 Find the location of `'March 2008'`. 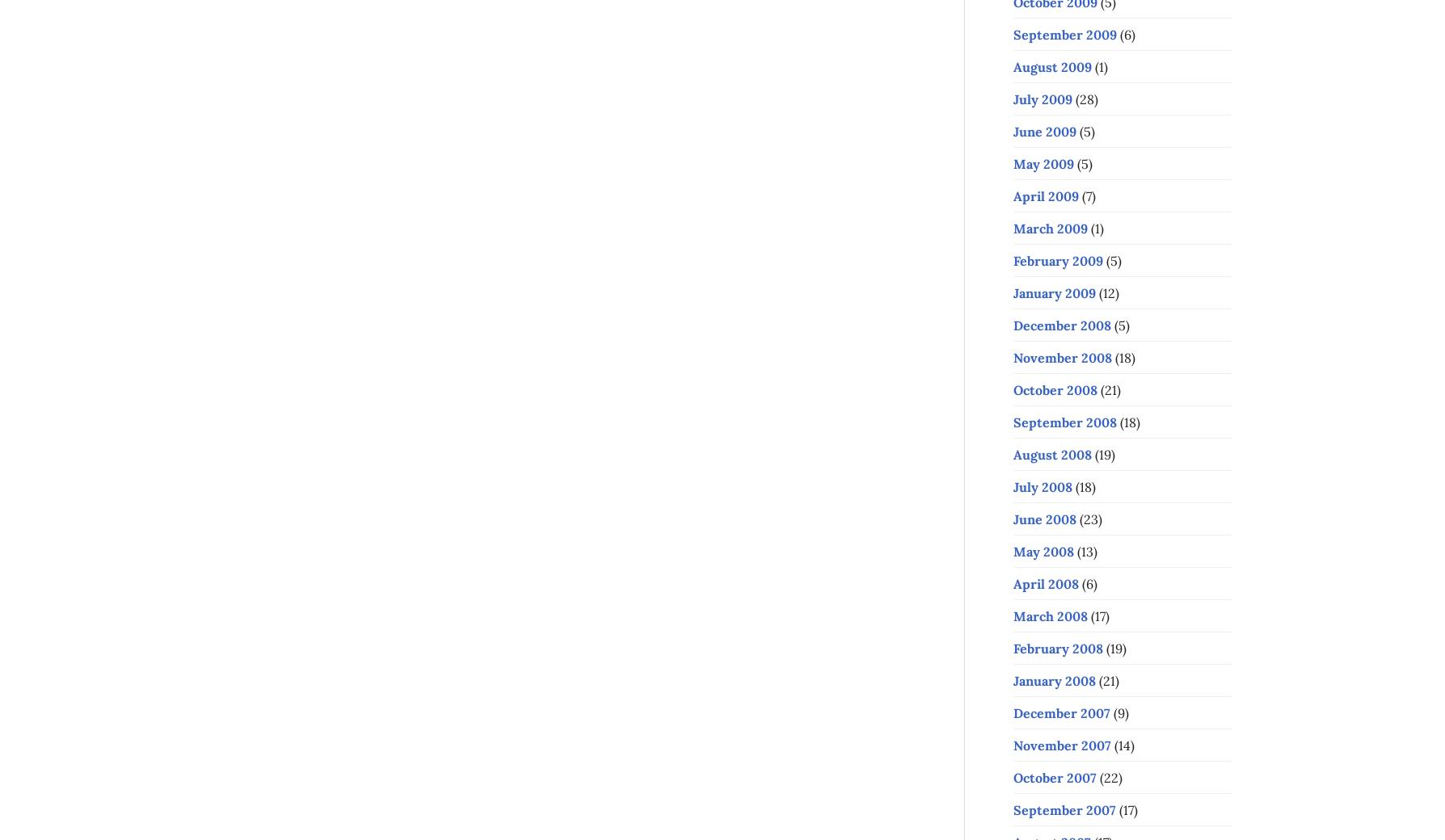

'March 2008' is located at coordinates (1050, 615).